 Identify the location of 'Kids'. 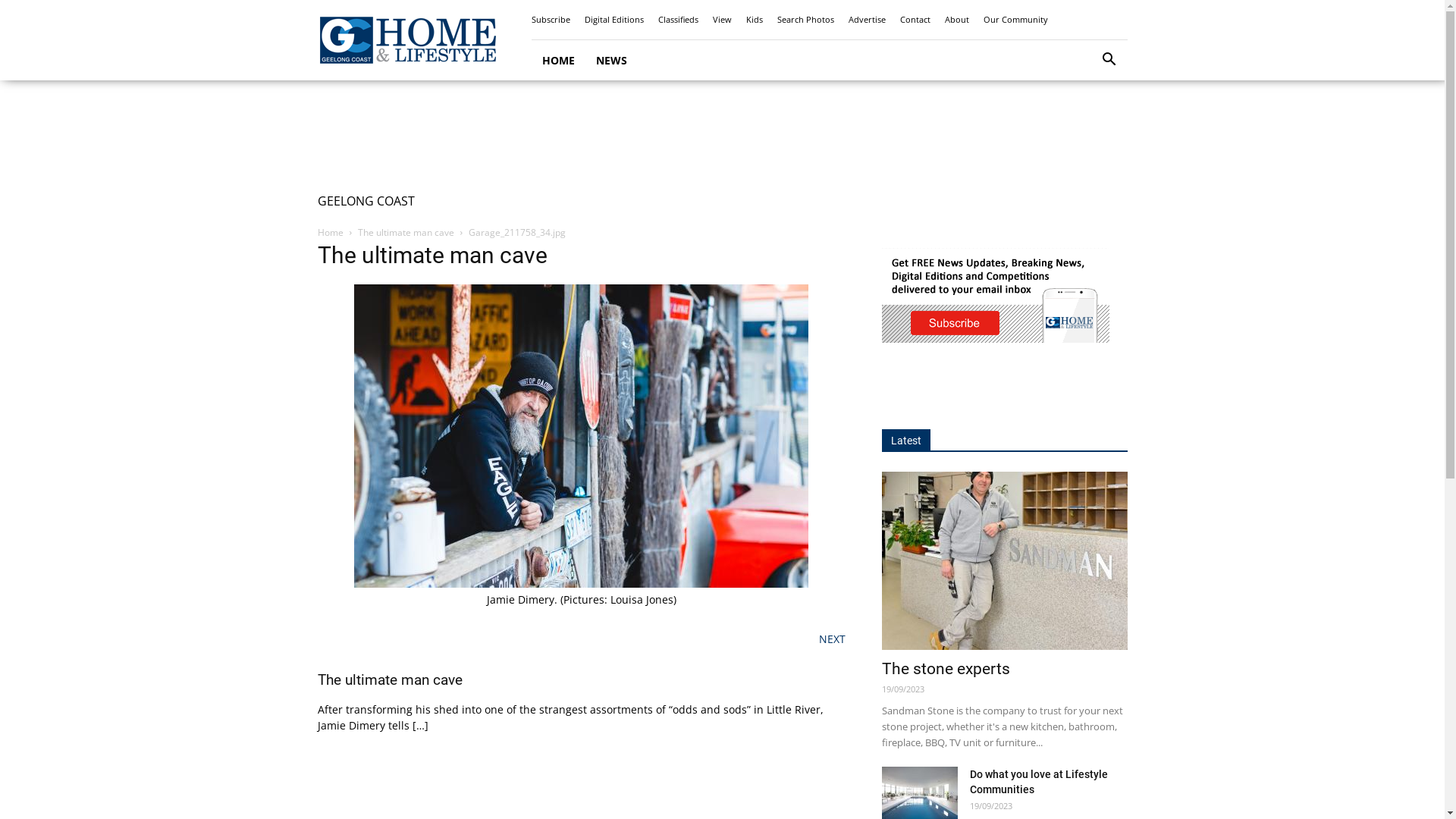
(754, 19).